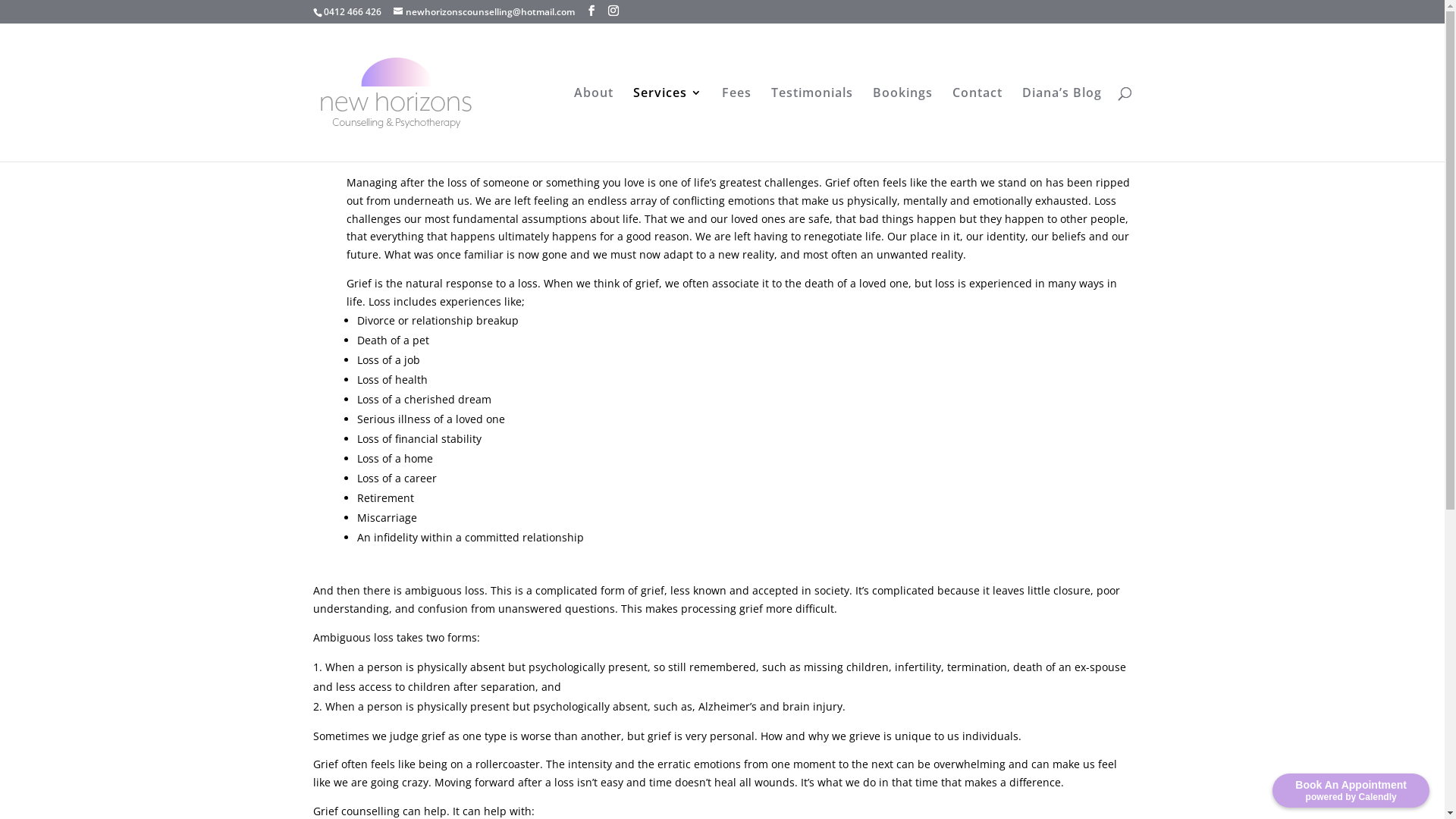 Image resolution: width=1456 pixels, height=819 pixels. Describe the element at coordinates (736, 124) in the screenshot. I see `'Fees'` at that location.